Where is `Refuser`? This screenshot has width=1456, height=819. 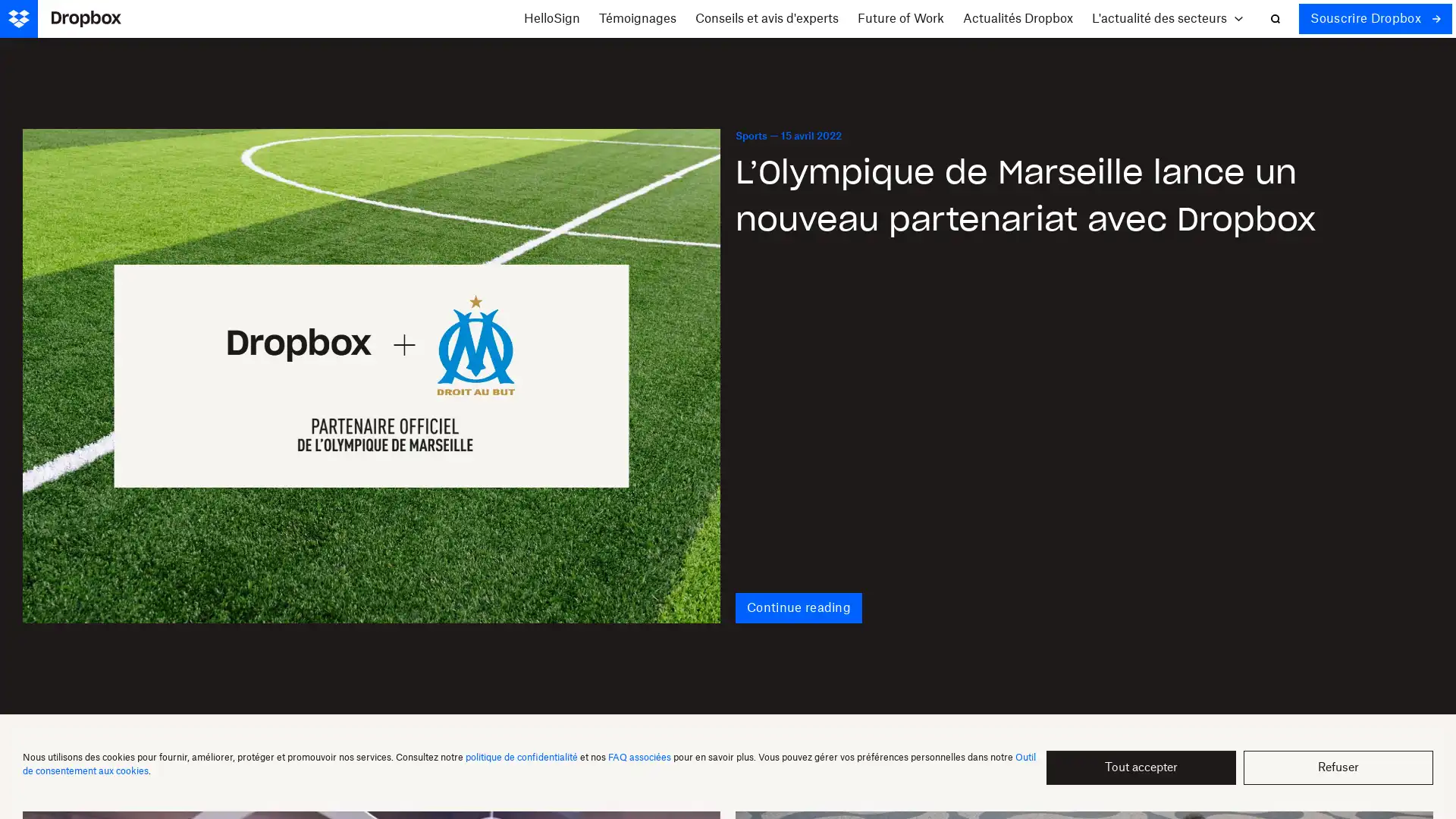
Refuser is located at coordinates (1338, 767).